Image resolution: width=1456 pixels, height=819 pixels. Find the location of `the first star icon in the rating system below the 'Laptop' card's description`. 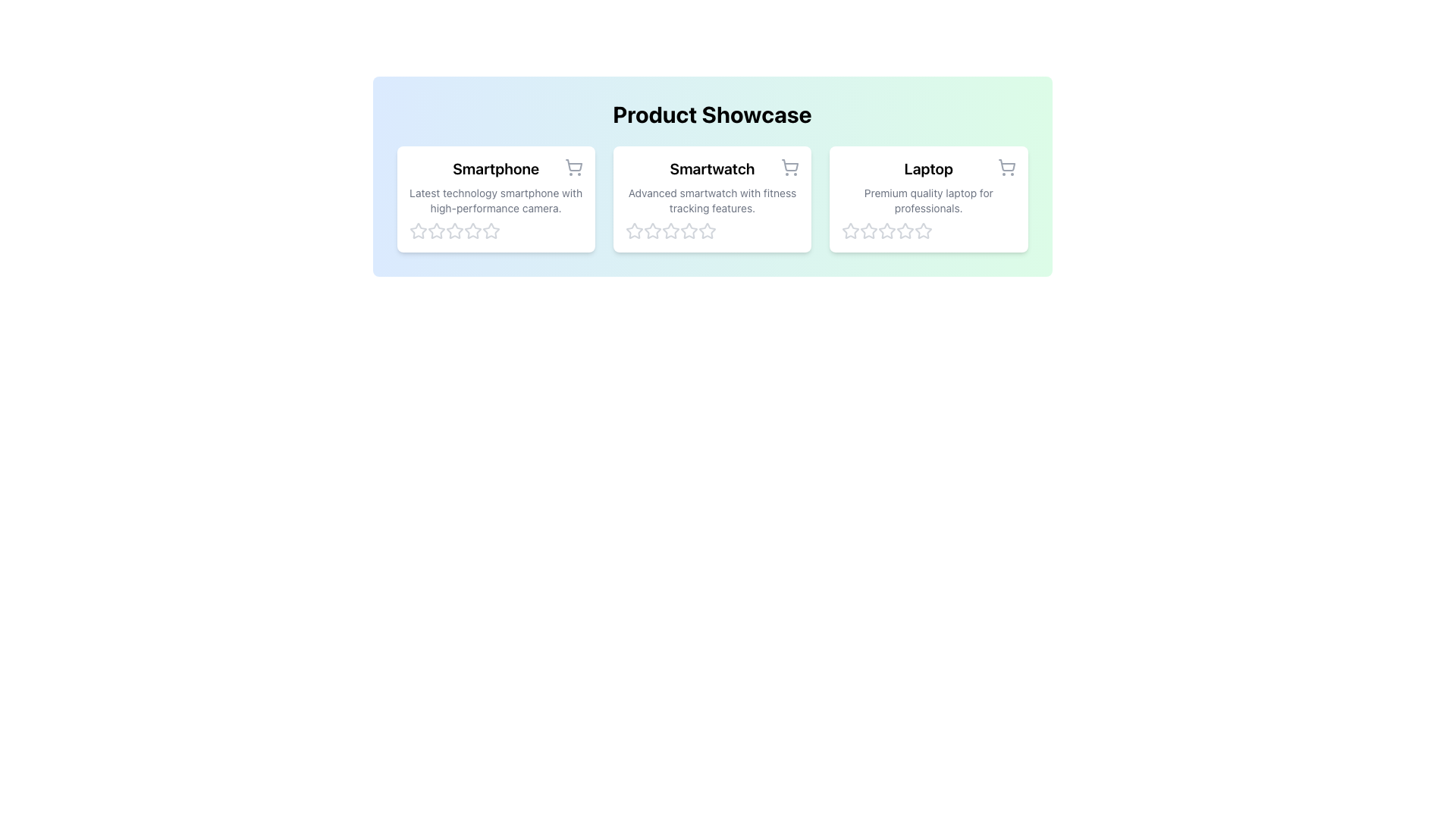

the first star icon in the rating system below the 'Laptop' card's description is located at coordinates (851, 231).